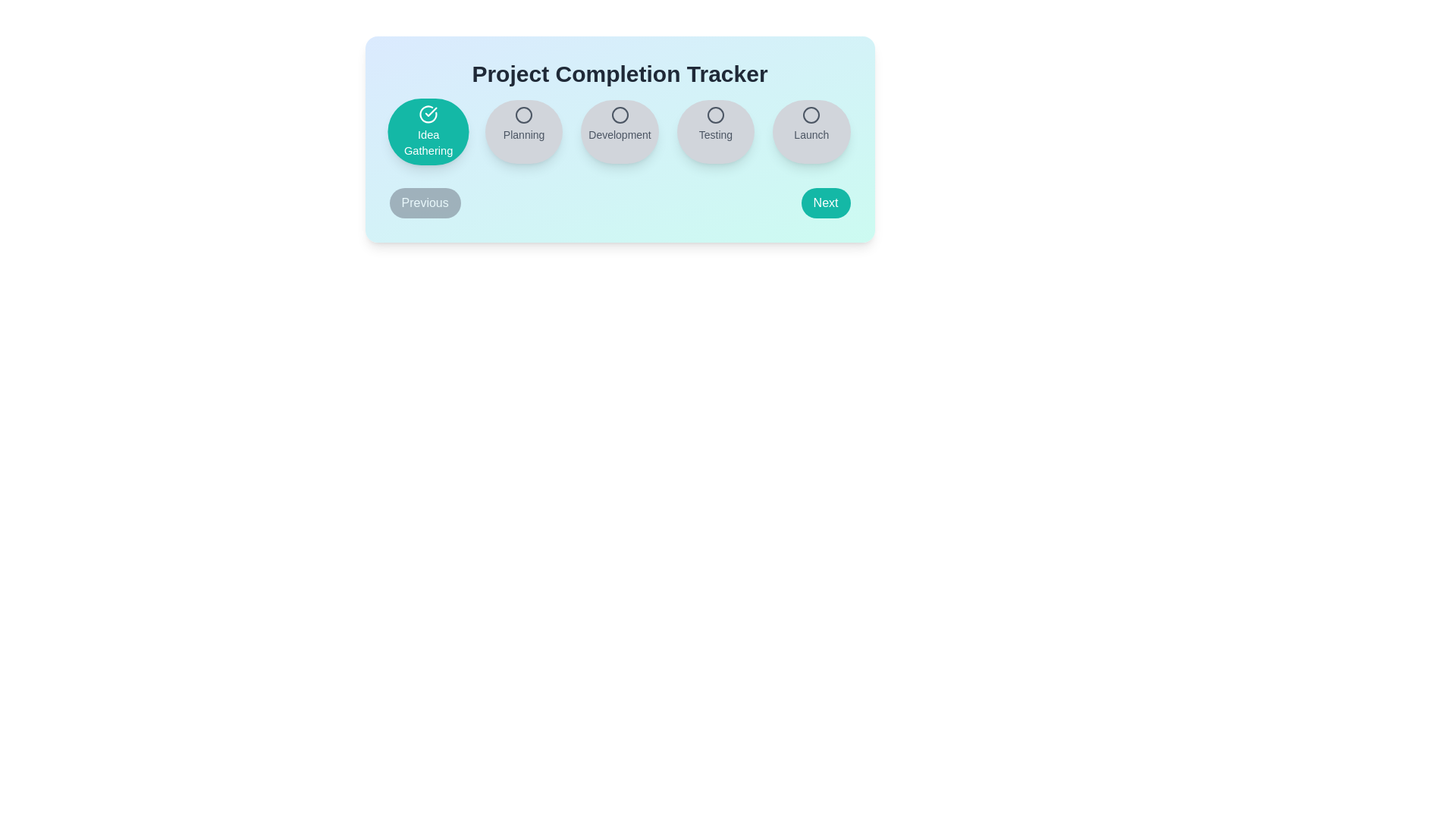  I want to click on a circular button in the 'Project Completion Tracker' navigation bar, so click(620, 130).